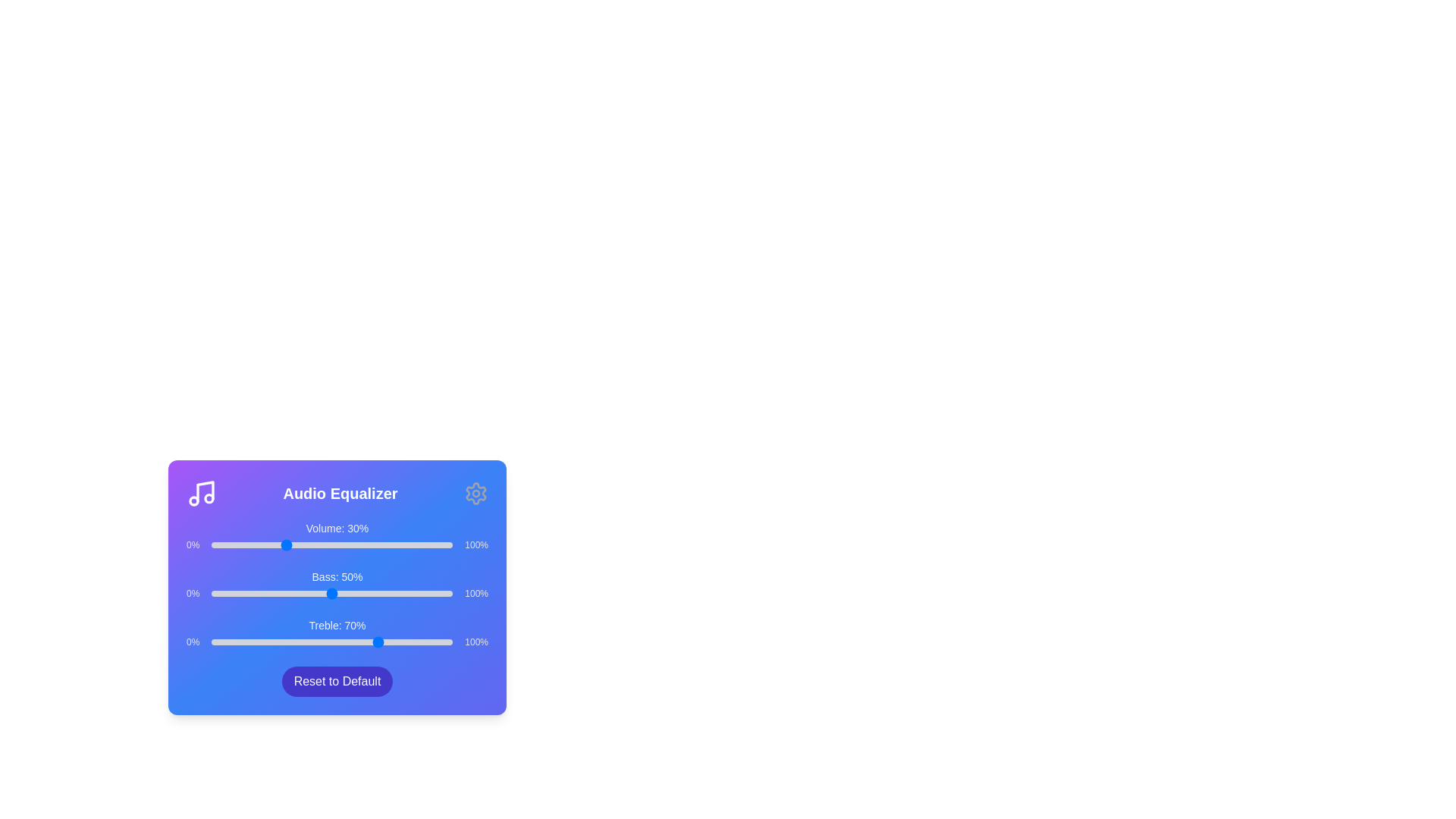 The height and width of the screenshot is (819, 1456). What do you see at coordinates (337, 680) in the screenshot?
I see `the 'Reset to Default' button to reset the equalizer settings to their default values` at bounding box center [337, 680].